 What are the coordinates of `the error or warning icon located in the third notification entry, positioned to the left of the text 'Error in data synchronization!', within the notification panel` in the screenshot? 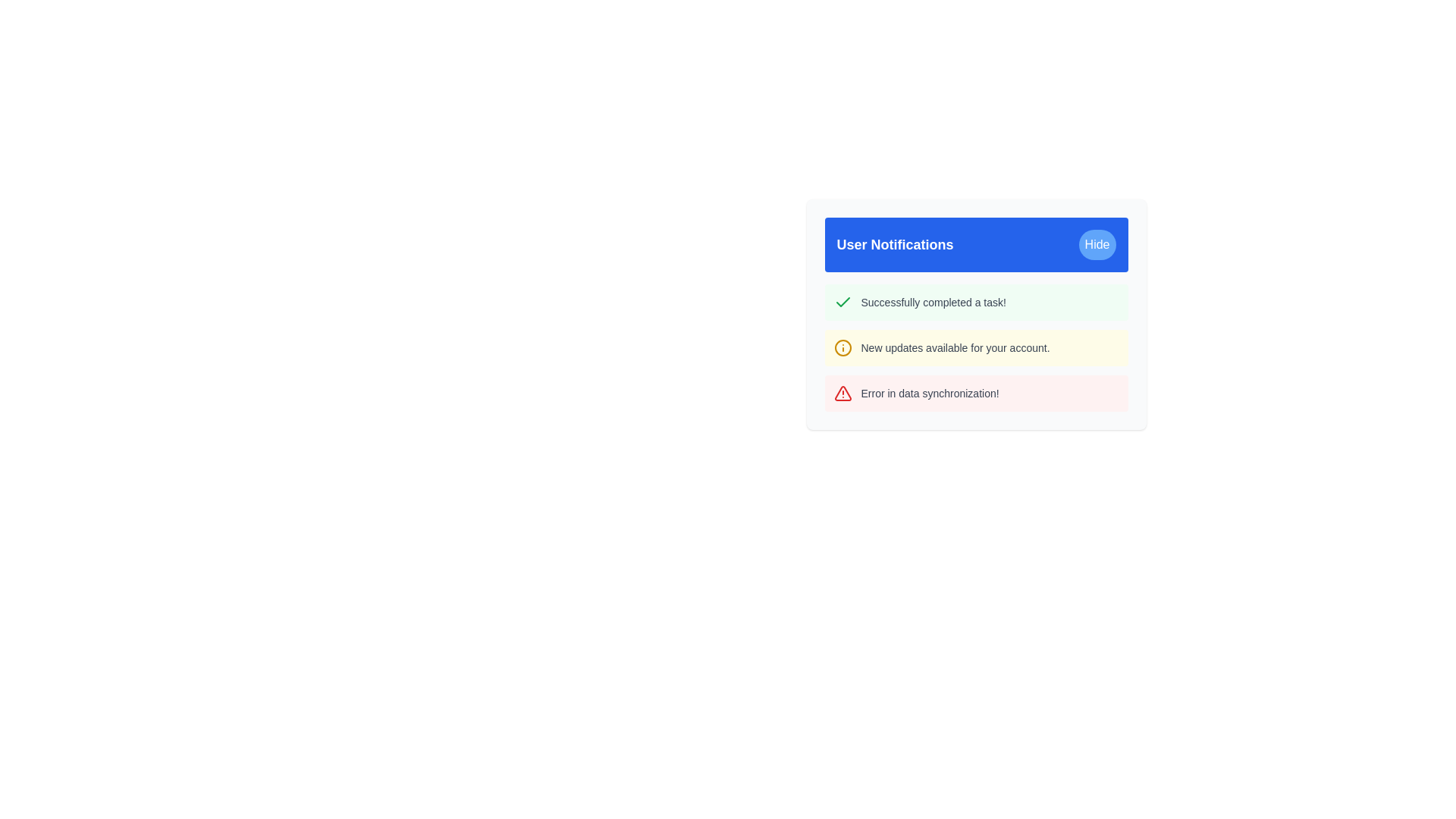 It's located at (842, 393).